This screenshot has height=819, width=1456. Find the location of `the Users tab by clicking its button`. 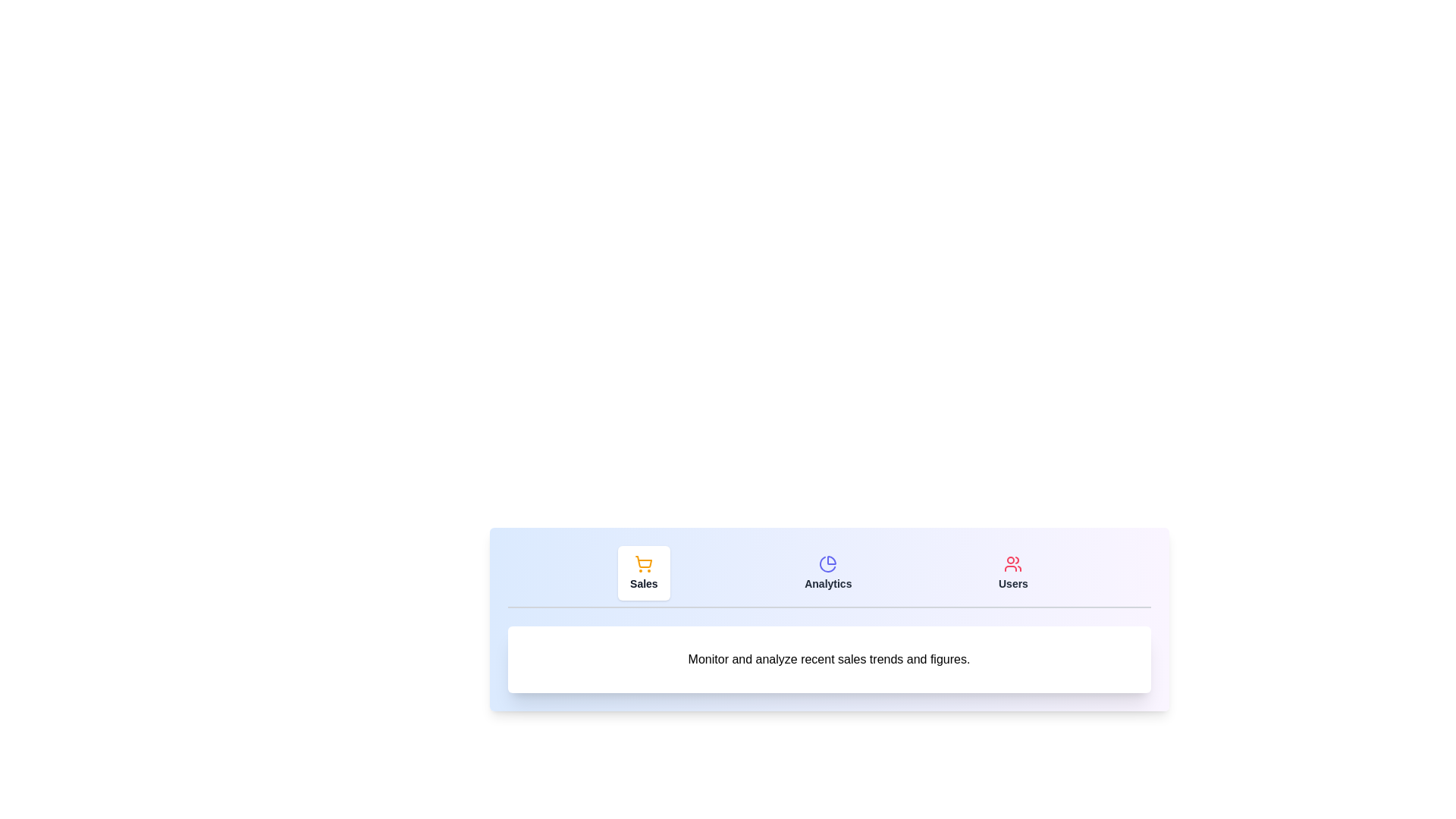

the Users tab by clicking its button is located at coordinates (1013, 573).